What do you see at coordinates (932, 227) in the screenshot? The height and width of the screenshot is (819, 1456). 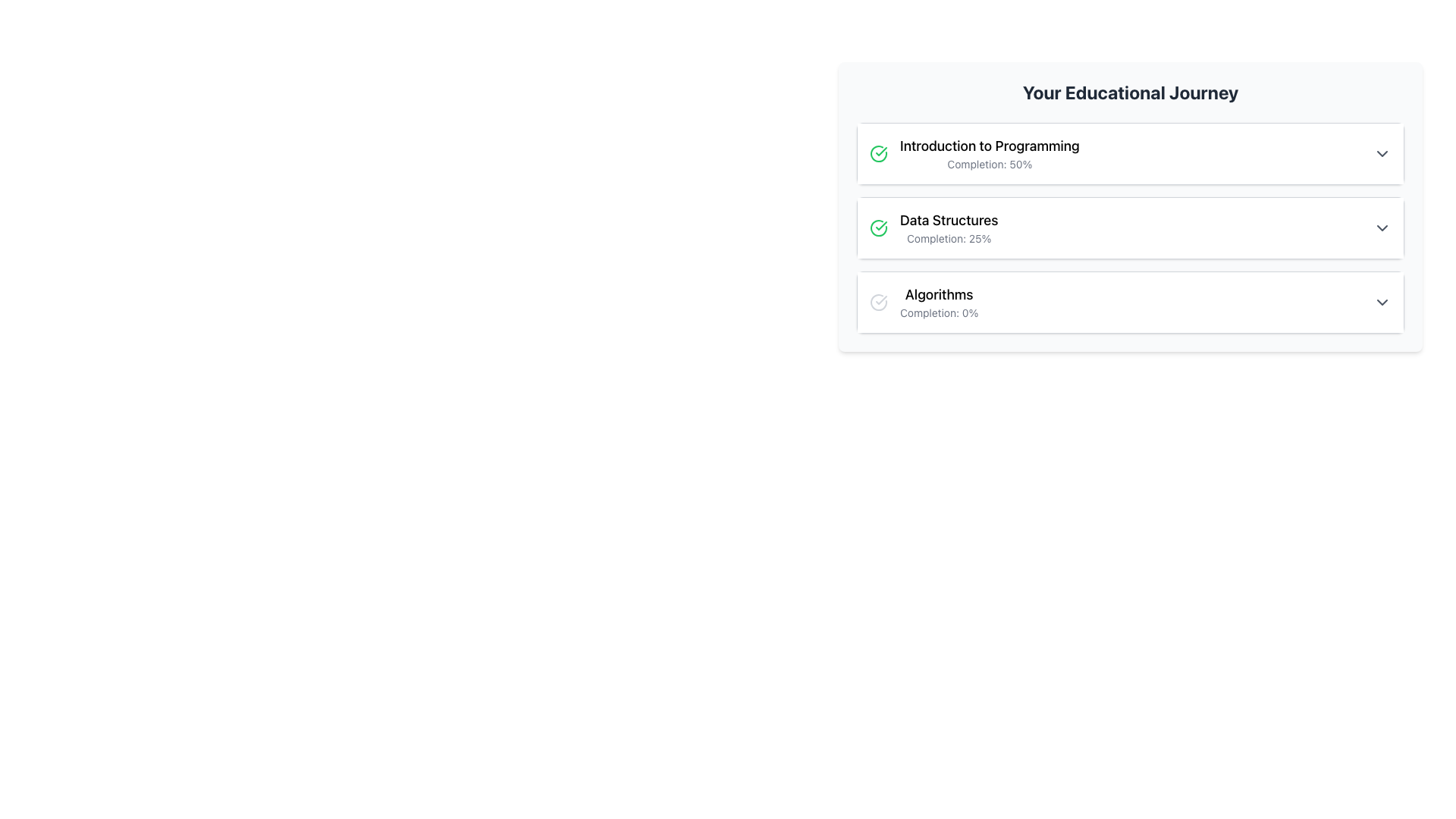 I see `the 'Data Structures' course module item, which includes the text label, progress indicator, and green checkmark icon` at bounding box center [932, 227].